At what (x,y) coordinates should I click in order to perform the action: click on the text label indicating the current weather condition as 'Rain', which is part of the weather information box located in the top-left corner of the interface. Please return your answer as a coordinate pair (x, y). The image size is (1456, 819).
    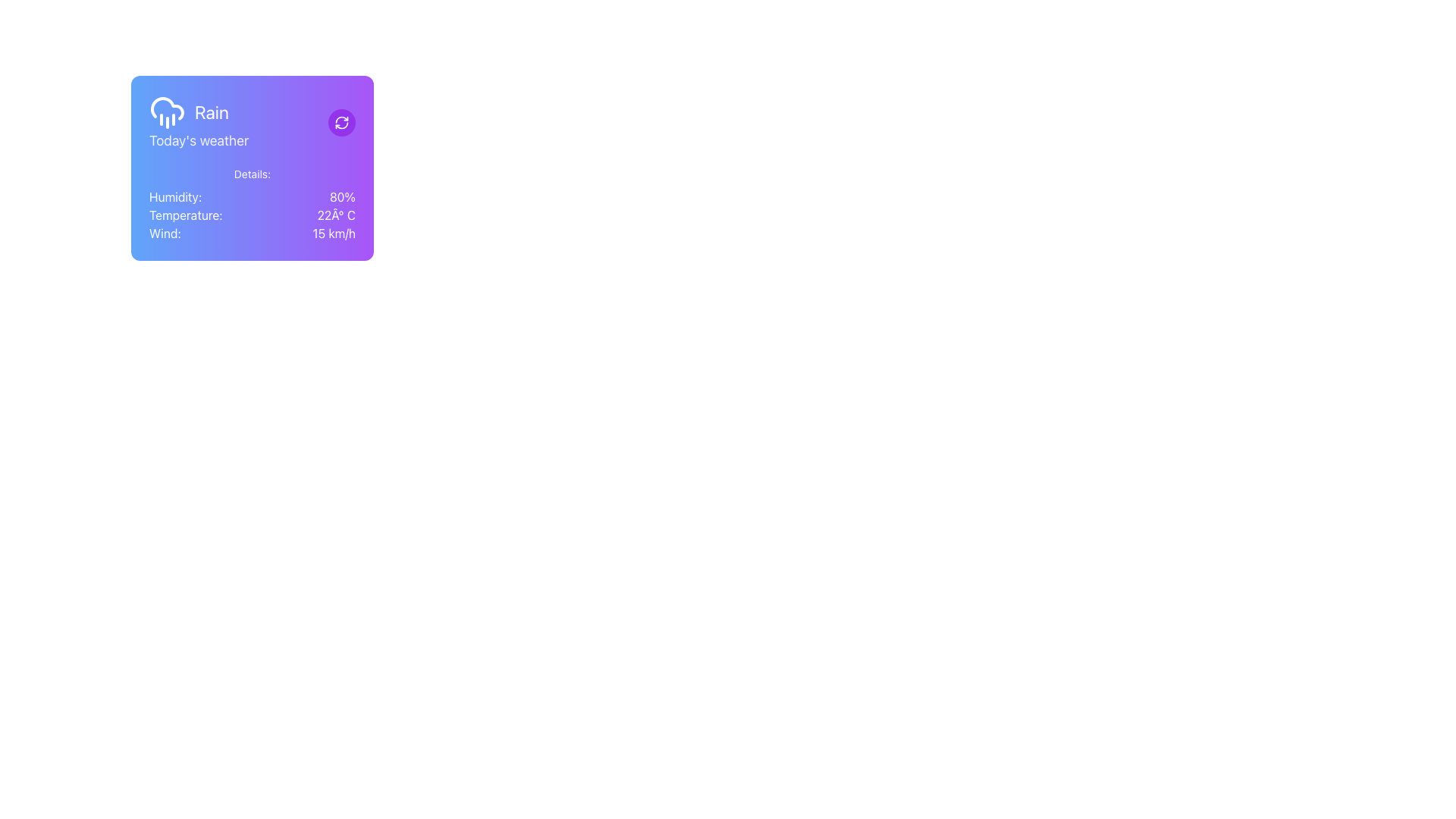
    Looking at the image, I should click on (198, 111).